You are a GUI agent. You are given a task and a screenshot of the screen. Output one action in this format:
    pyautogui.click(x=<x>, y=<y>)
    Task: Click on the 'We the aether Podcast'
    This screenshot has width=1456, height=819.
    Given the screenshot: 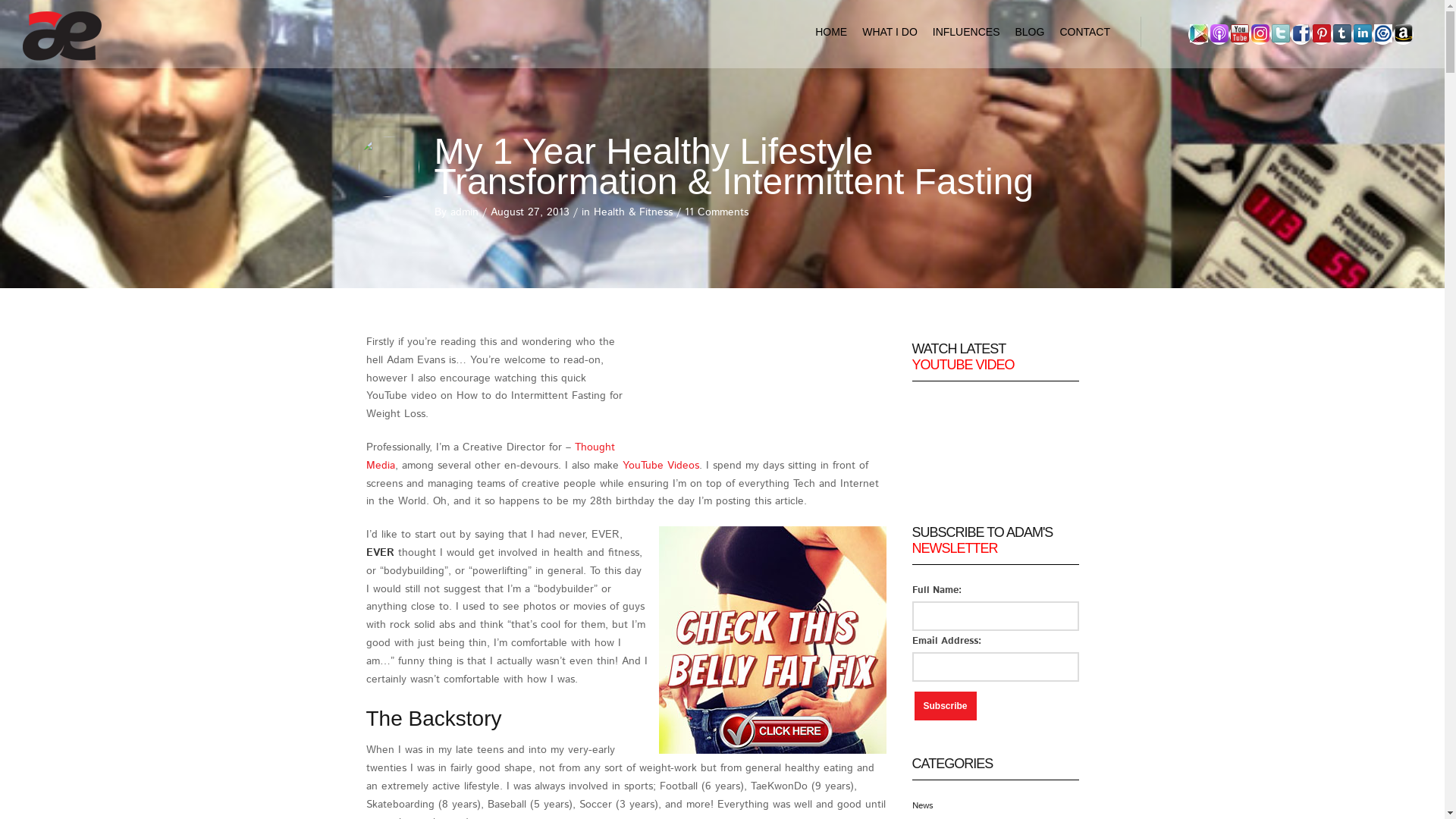 What is the action you would take?
    pyautogui.click(x=1219, y=33)
    